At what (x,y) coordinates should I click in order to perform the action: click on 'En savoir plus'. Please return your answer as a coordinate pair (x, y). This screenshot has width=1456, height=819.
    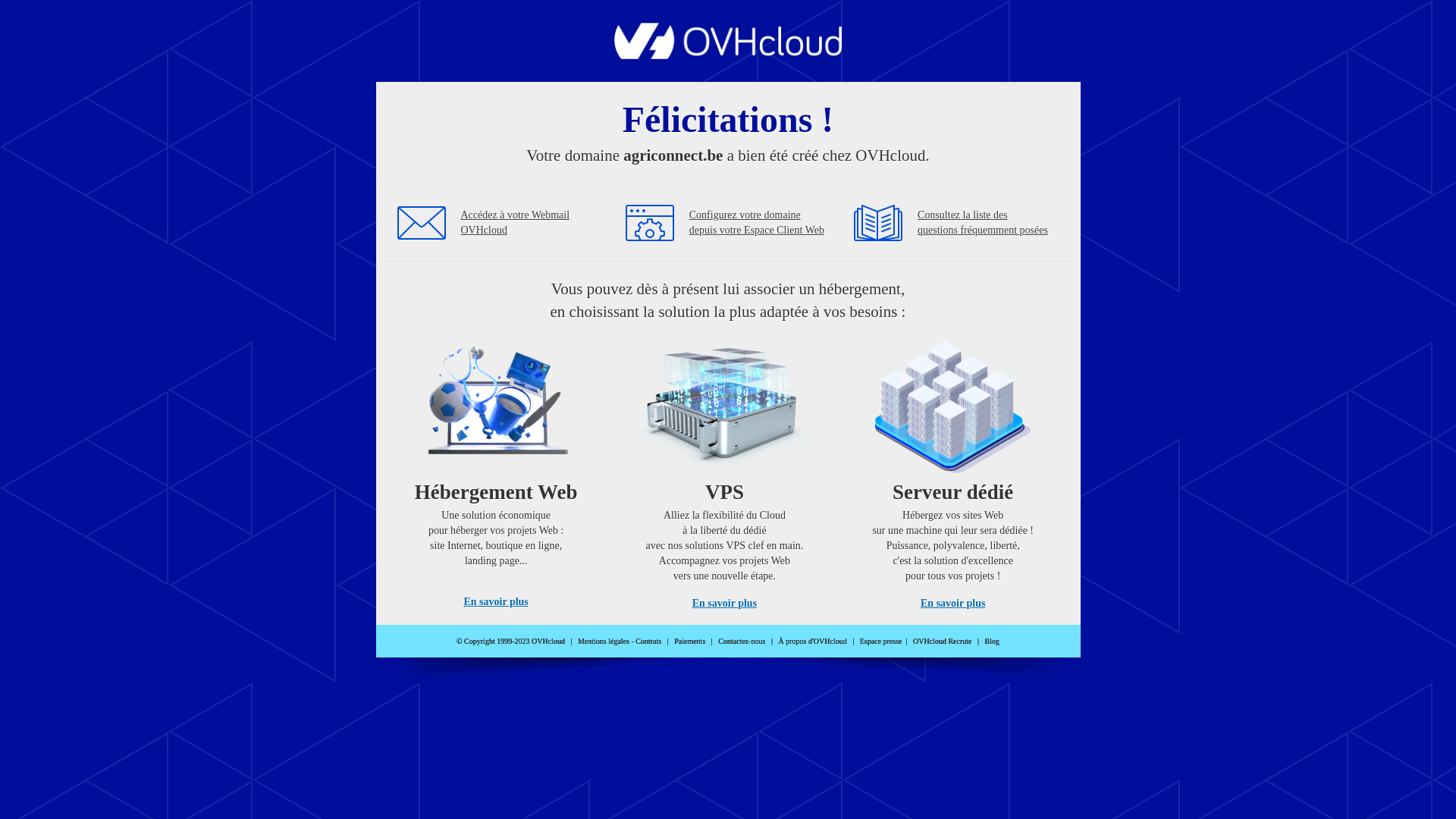
    Looking at the image, I should click on (495, 601).